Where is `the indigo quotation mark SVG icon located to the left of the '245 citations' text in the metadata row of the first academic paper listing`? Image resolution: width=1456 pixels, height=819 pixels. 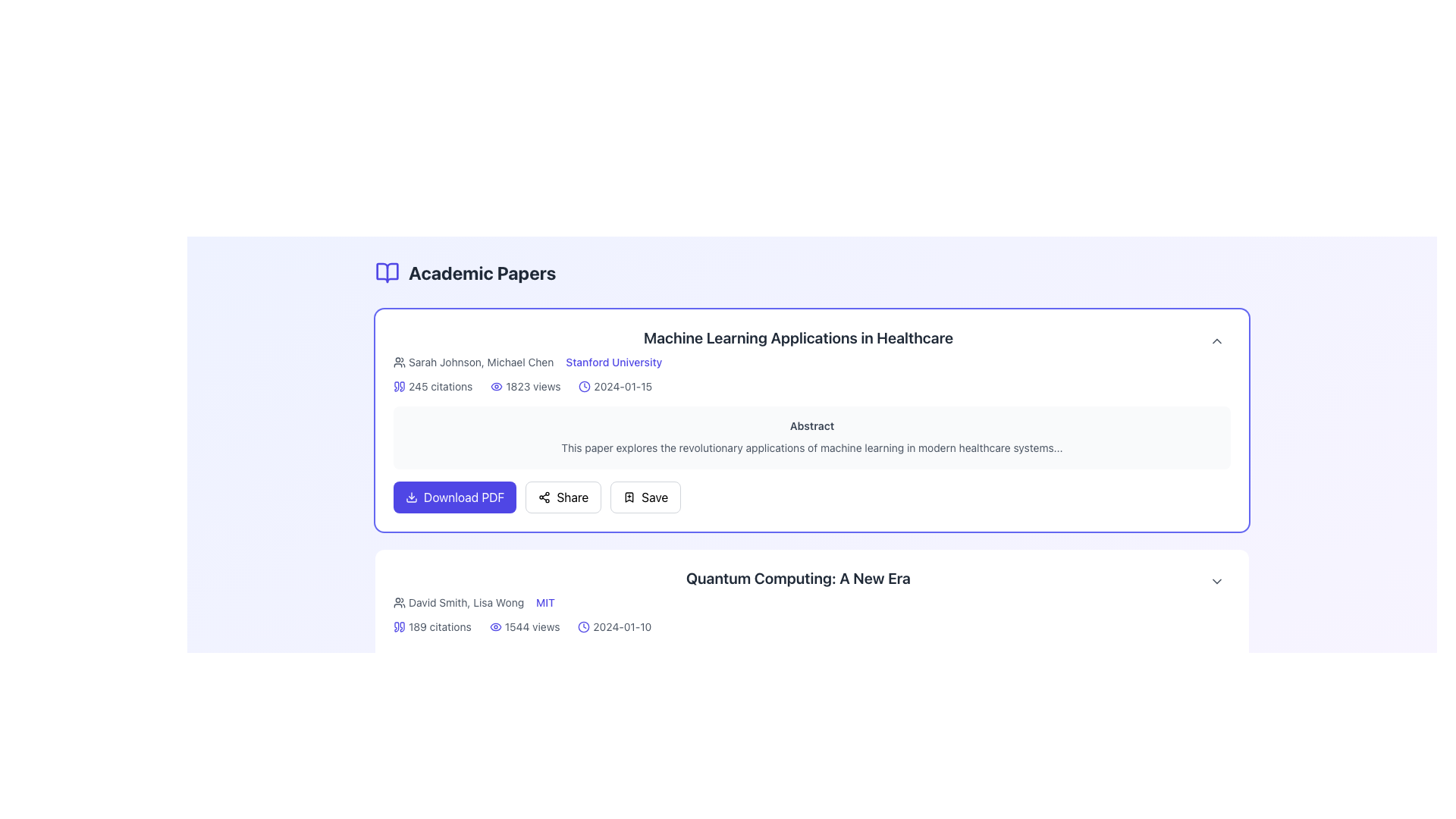 the indigo quotation mark SVG icon located to the left of the '245 citations' text in the metadata row of the first academic paper listing is located at coordinates (400, 385).